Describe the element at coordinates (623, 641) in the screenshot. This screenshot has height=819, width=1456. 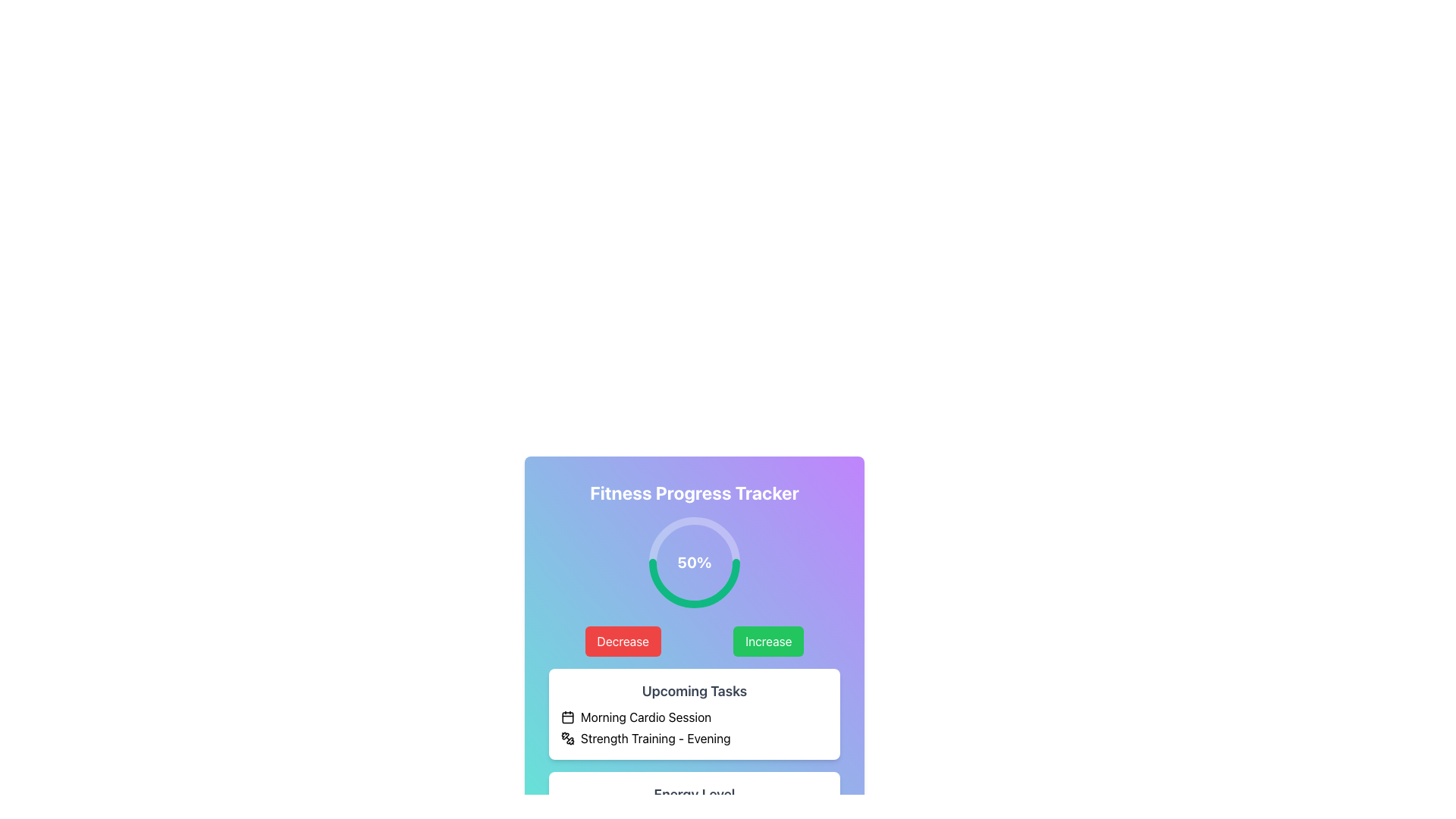
I see `the button that decreases the value or progress indicator, located to the left of the green 'Increase' button under the progress circle` at that location.